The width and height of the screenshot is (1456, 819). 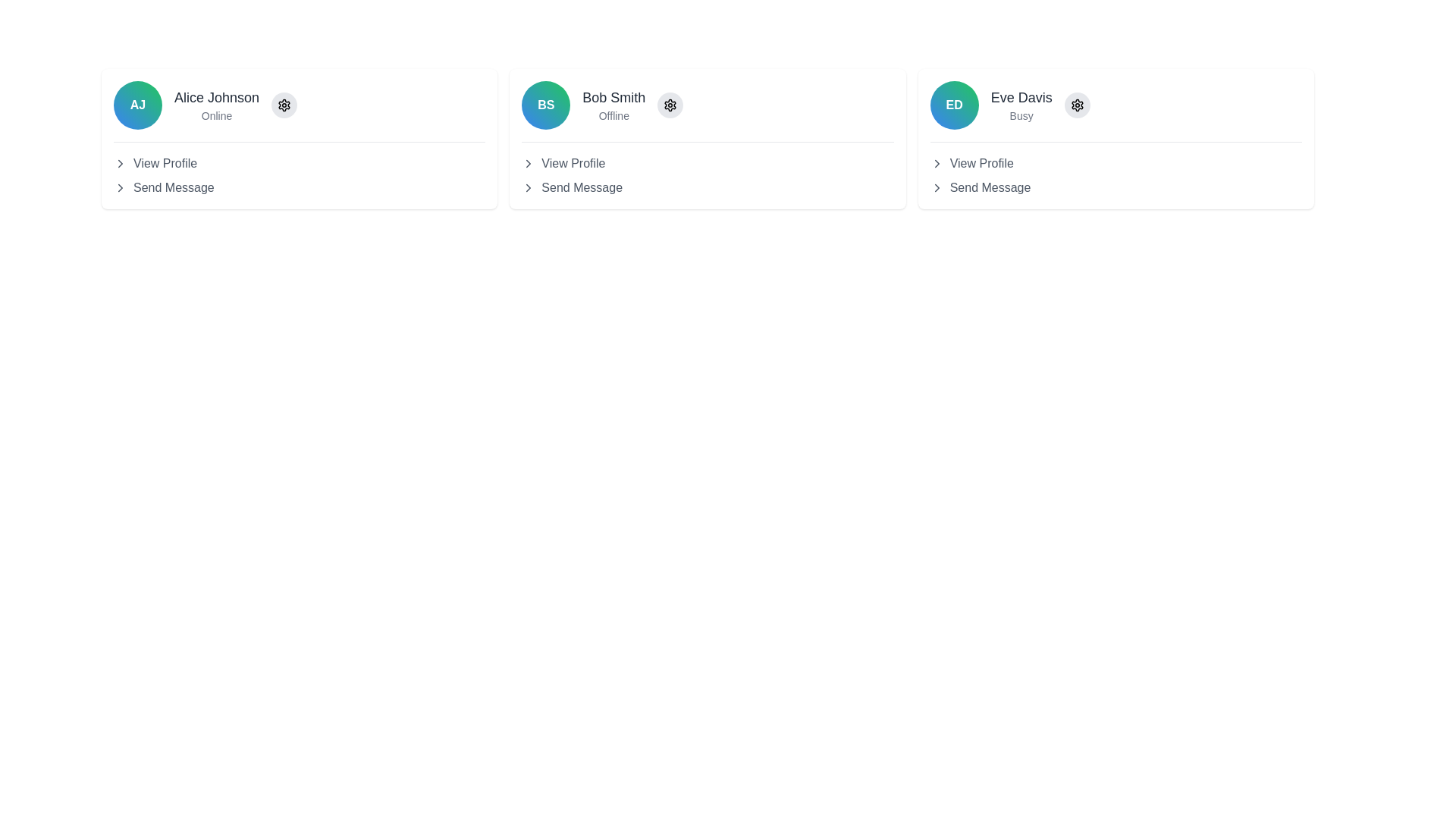 What do you see at coordinates (165, 164) in the screenshot?
I see `the 'View Profile' text link located beneath the name 'Alice Johnson'` at bounding box center [165, 164].